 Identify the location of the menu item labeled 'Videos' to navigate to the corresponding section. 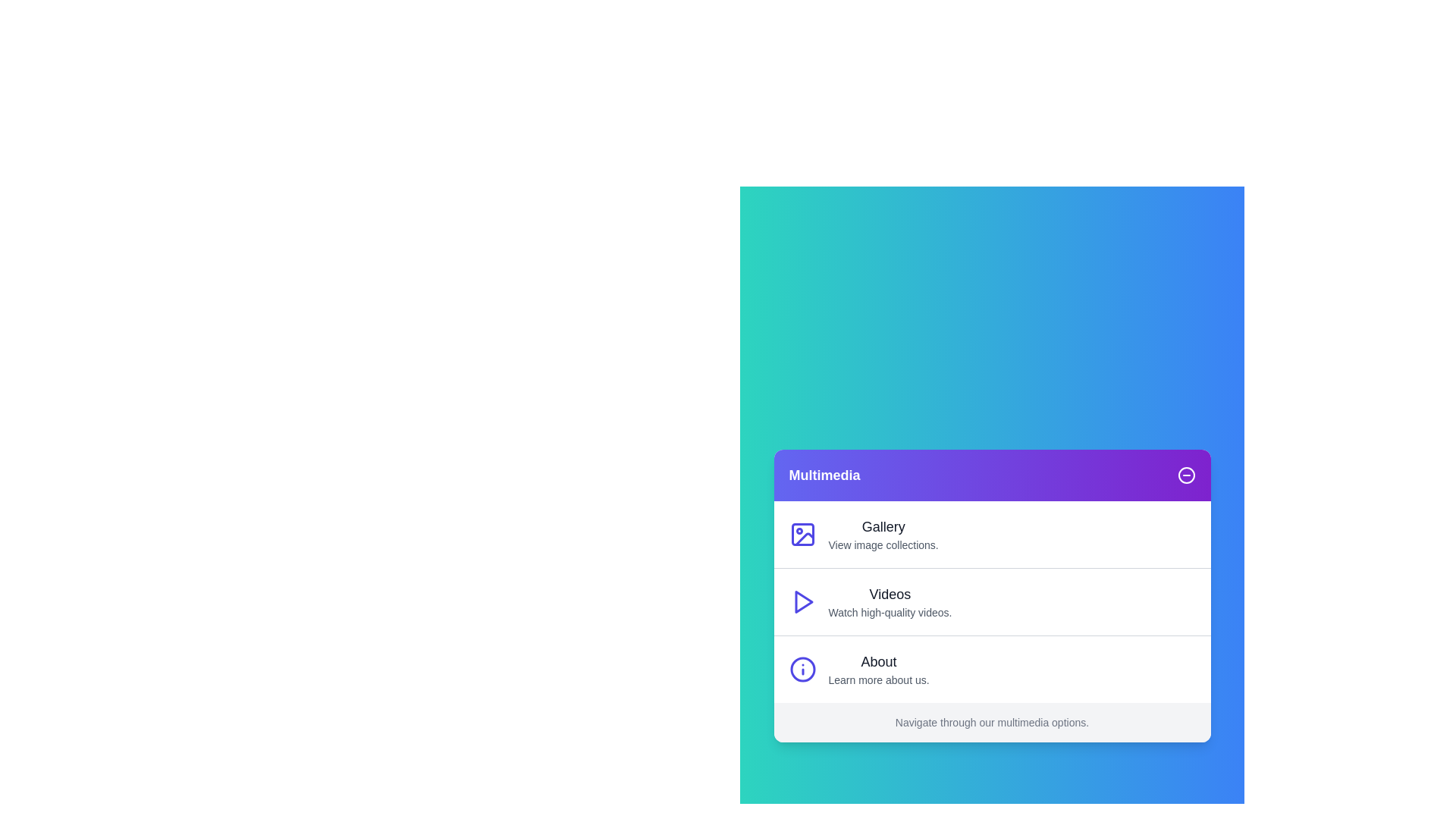
(992, 601).